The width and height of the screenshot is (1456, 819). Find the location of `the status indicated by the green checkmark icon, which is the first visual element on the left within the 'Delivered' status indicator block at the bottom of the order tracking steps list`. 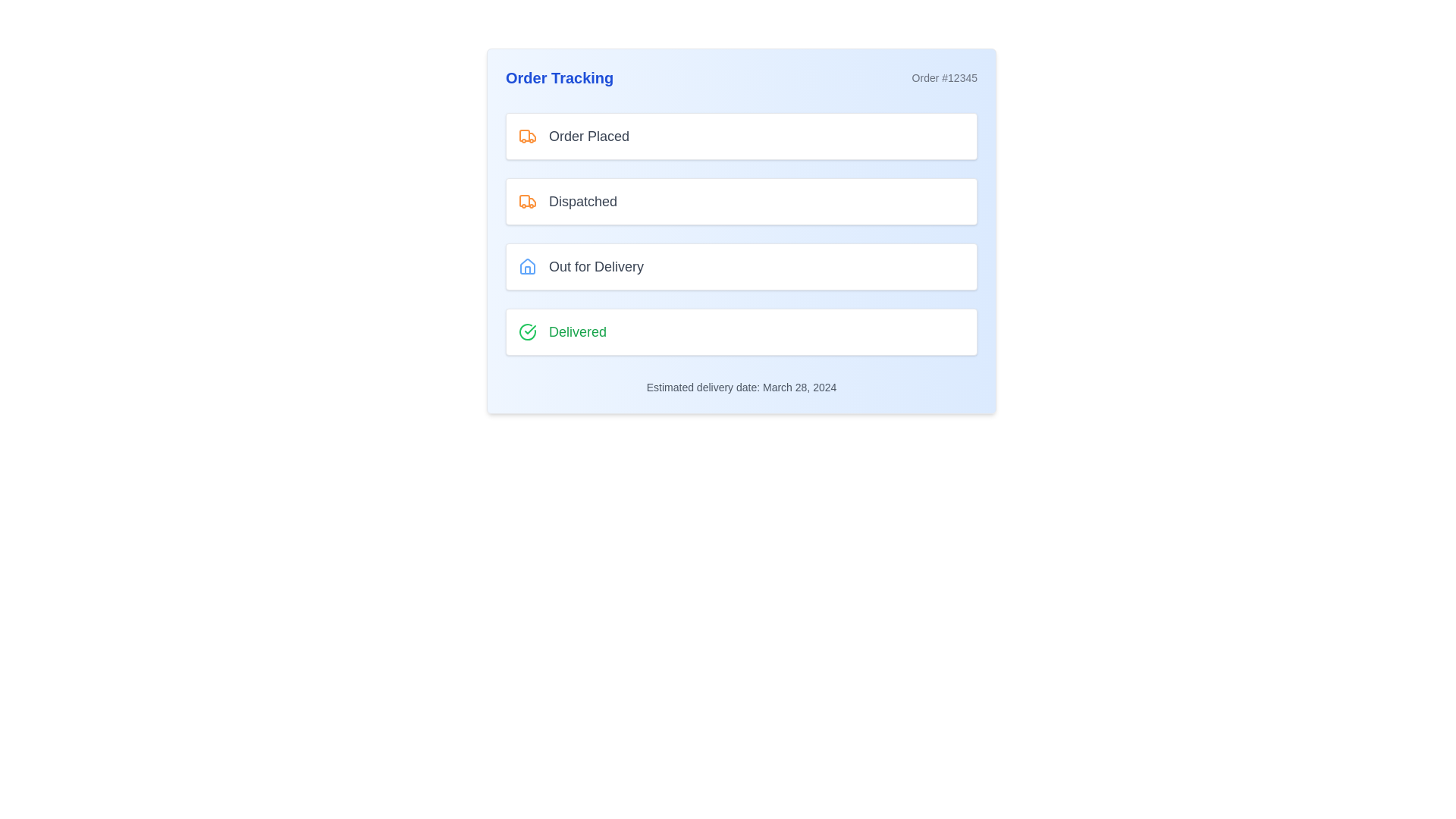

the status indicated by the green checkmark icon, which is the first visual element on the left within the 'Delivered' status indicator block at the bottom of the order tracking steps list is located at coordinates (528, 331).